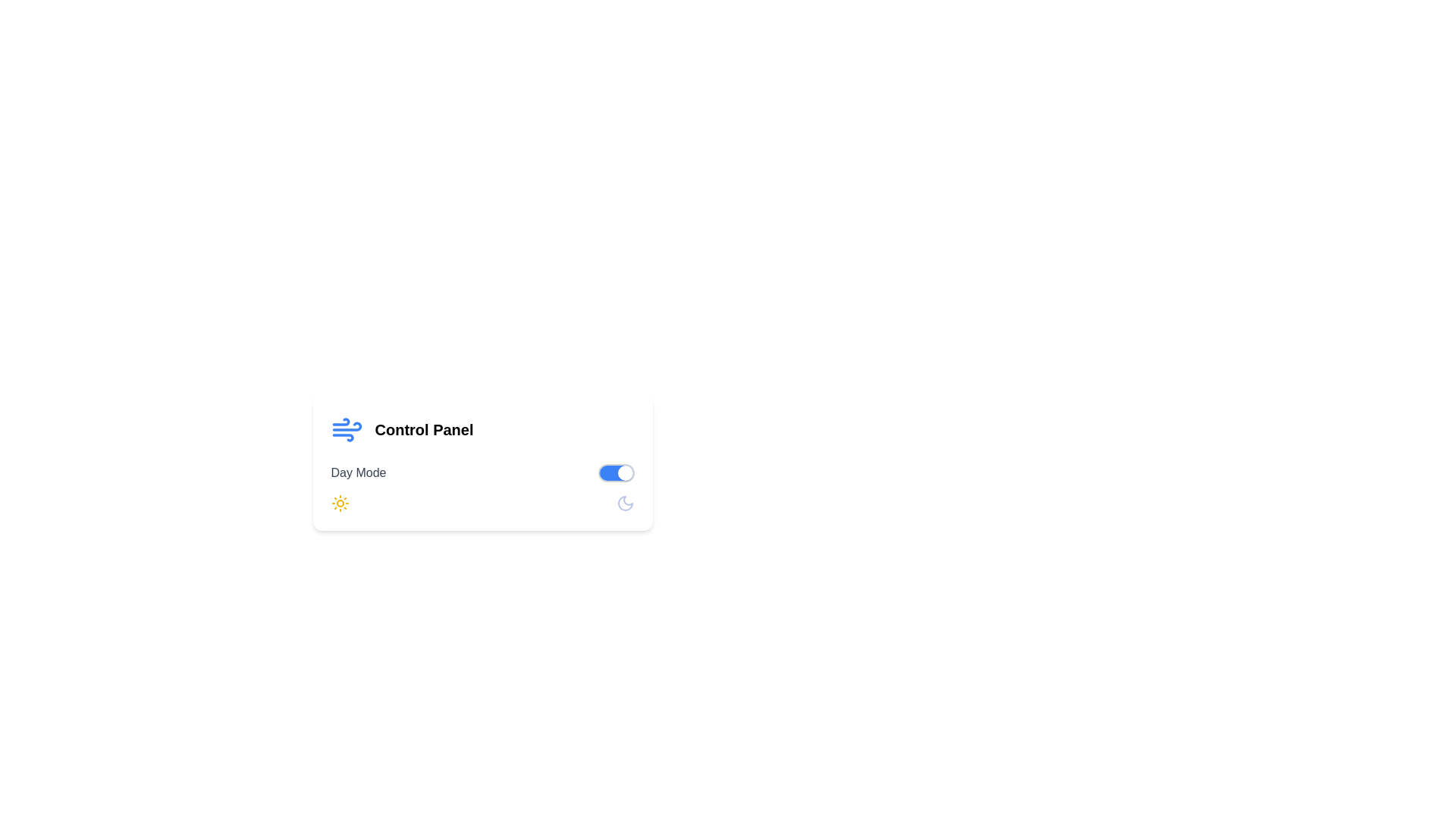 The width and height of the screenshot is (1456, 819). Describe the element at coordinates (357, 472) in the screenshot. I see `the Text label indicating 'Day Mode', which is located to the left of the blue toggle switch in the control panel section` at that location.